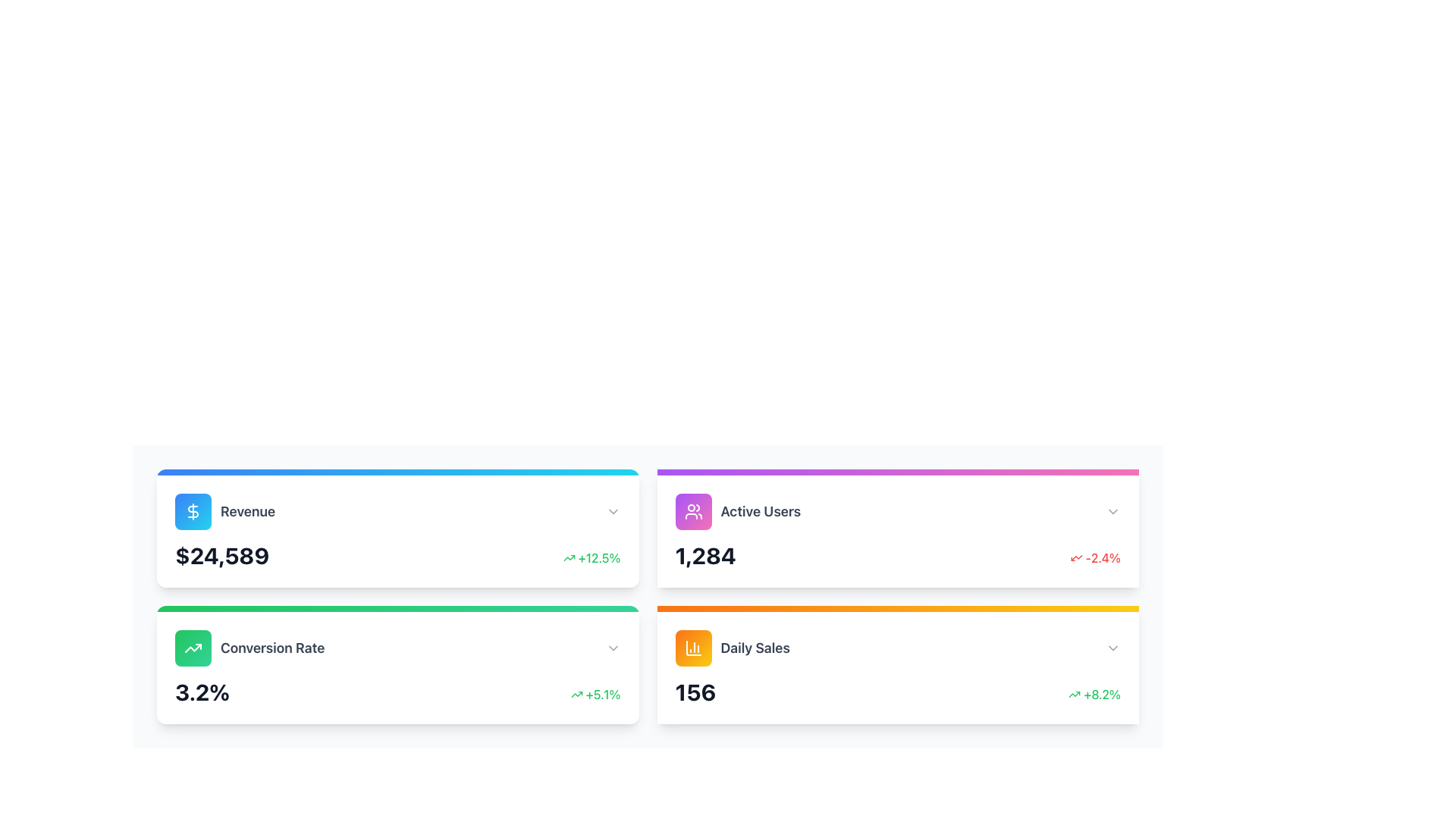 This screenshot has width=1456, height=819. What do you see at coordinates (397, 472) in the screenshot?
I see `the Accent bar located at the top of the 'Revenue' card, which enhances the visual appeal and indicates a theme or category with its color gradient` at bounding box center [397, 472].